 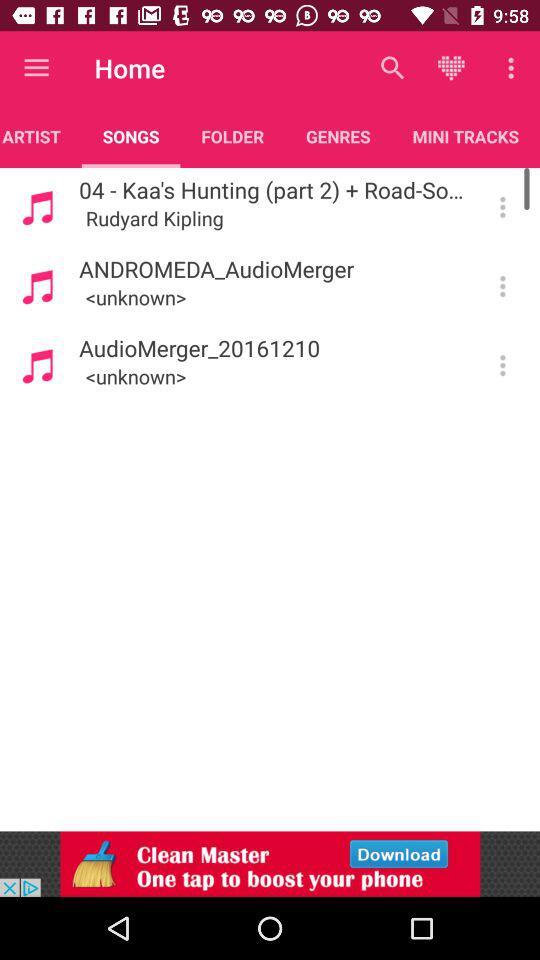 I want to click on more options, so click(x=501, y=207).